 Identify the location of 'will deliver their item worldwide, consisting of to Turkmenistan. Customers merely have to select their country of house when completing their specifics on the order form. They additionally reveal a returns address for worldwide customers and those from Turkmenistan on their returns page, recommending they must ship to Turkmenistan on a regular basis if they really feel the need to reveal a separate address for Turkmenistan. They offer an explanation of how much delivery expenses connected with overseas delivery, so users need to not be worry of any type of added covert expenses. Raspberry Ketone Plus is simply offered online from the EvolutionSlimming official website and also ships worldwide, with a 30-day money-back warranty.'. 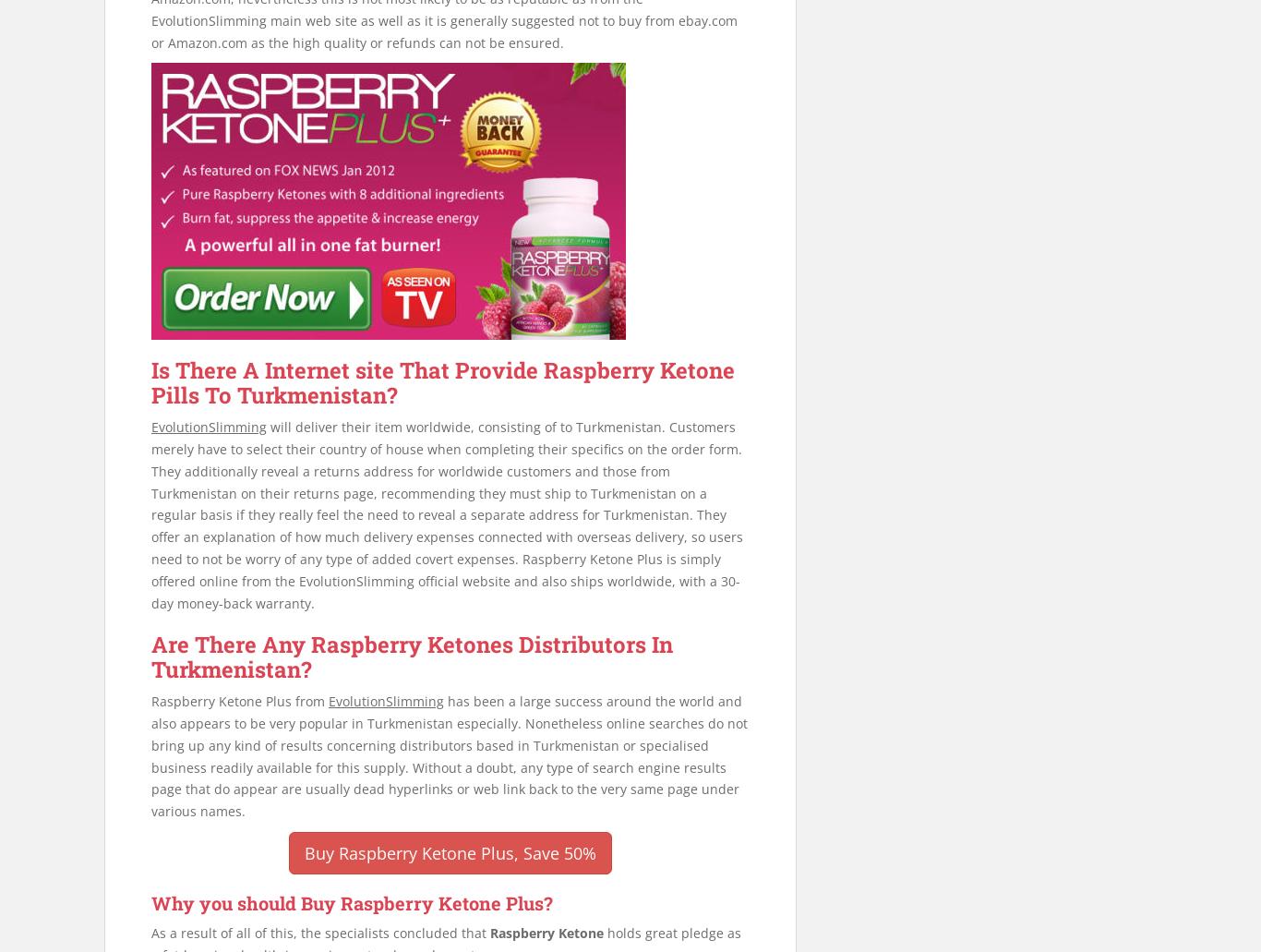
(447, 513).